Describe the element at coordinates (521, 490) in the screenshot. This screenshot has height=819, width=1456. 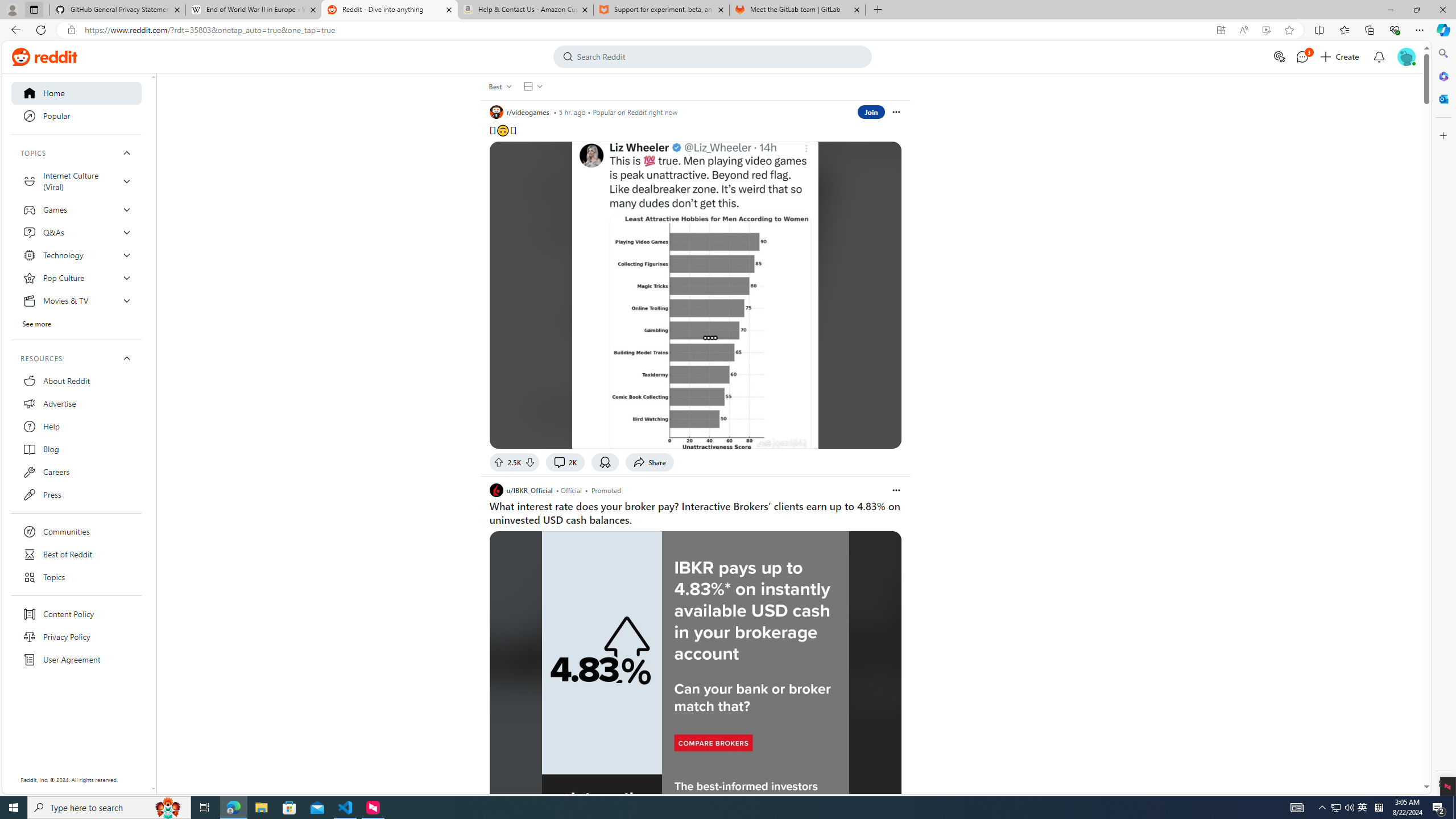
I see `'u/IBKR_Official avatar u/IBKR_Official'` at that location.